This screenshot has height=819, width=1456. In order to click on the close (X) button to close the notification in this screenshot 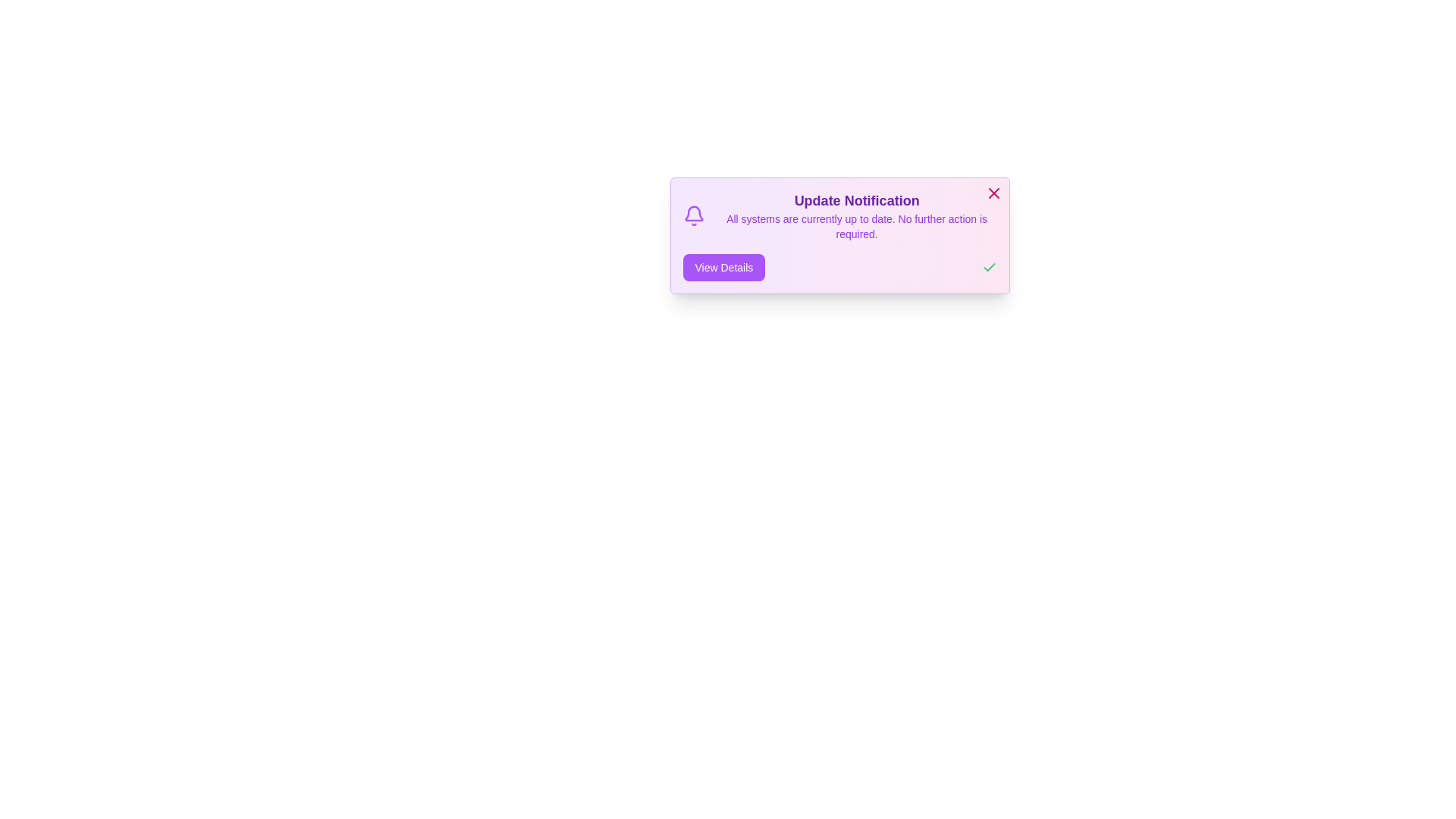, I will do `click(993, 192)`.